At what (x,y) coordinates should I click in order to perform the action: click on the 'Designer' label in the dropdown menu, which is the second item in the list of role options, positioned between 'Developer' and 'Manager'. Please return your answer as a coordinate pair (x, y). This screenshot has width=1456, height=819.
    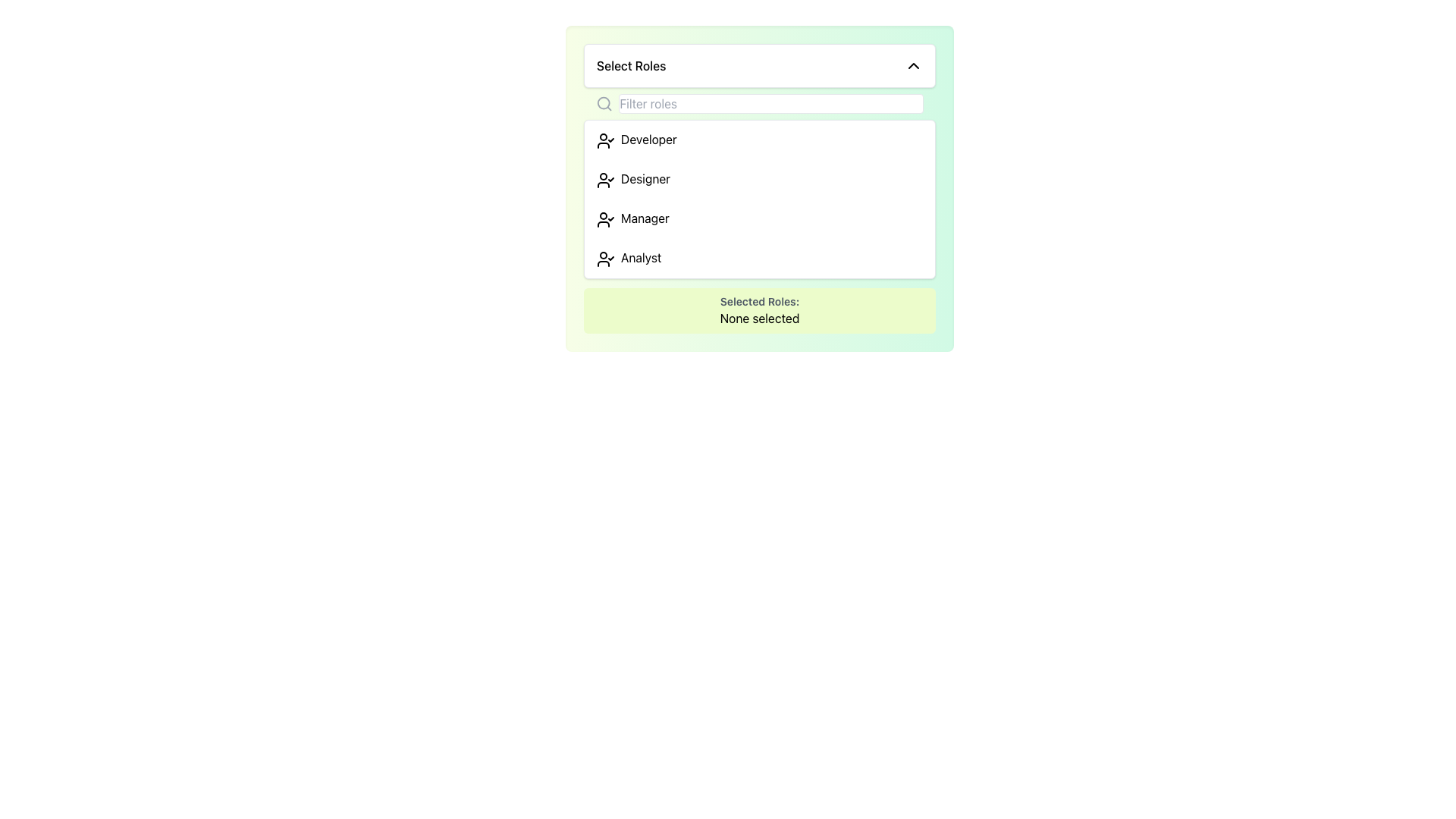
    Looking at the image, I should click on (633, 178).